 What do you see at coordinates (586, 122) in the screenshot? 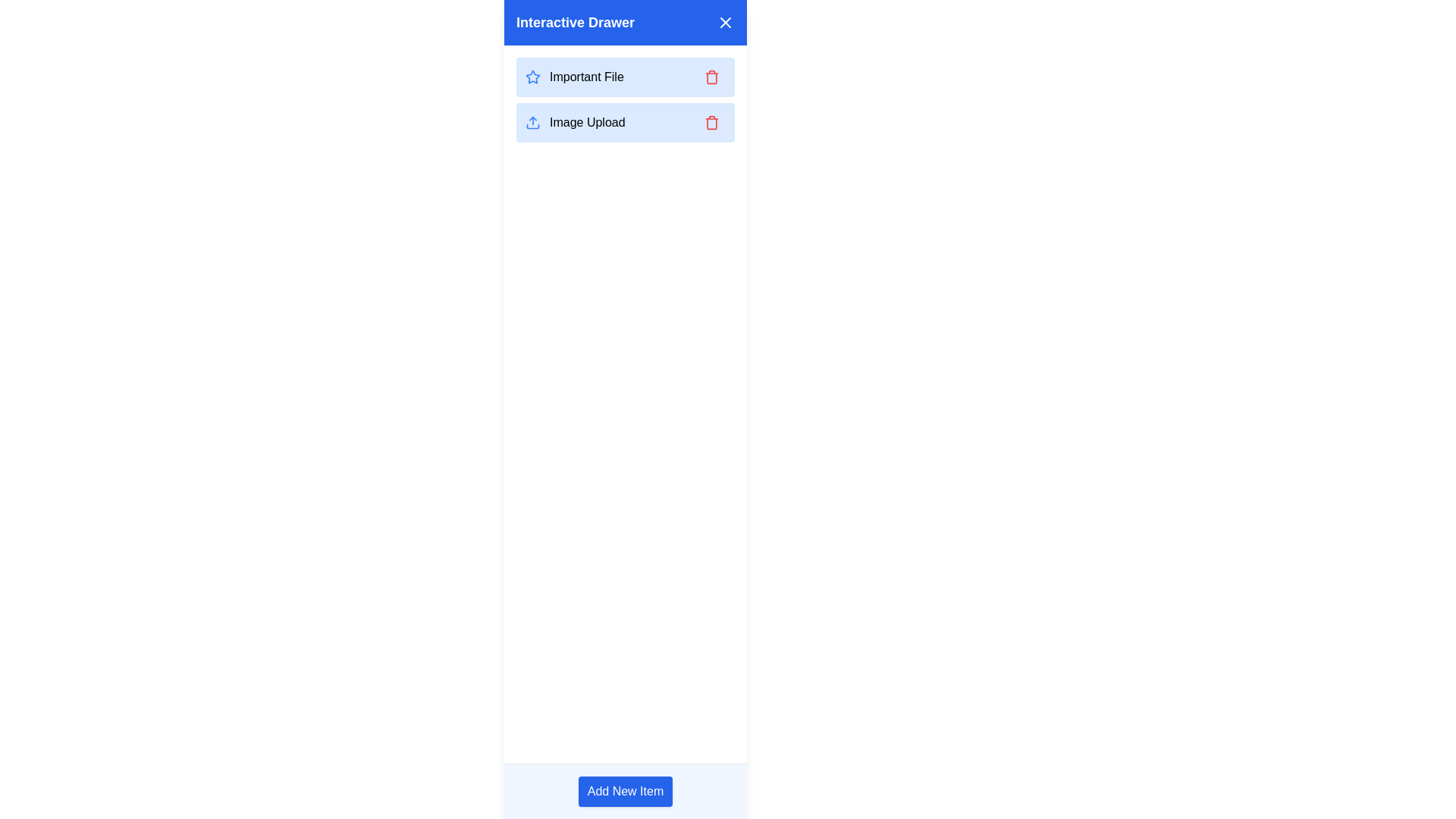
I see `the 'Image Upload' label in the Interactive Drawer sidebar, which is positioned below 'Important File' and above 'Add New Item'` at bounding box center [586, 122].